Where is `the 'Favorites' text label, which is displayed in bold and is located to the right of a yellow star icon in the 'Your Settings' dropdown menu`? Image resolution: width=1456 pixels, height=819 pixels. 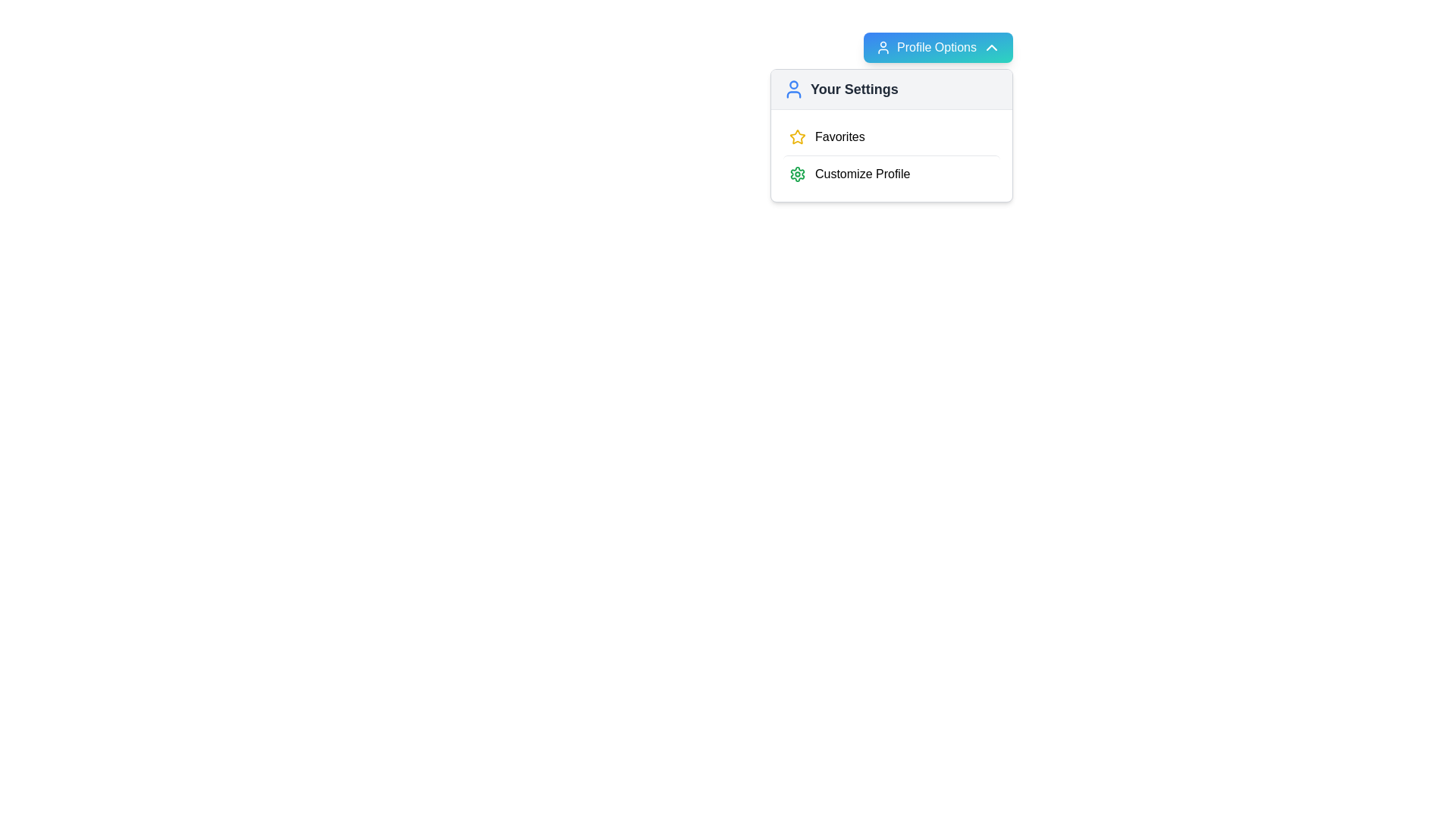 the 'Favorites' text label, which is displayed in bold and is located to the right of a yellow star icon in the 'Your Settings' dropdown menu is located at coordinates (839, 137).